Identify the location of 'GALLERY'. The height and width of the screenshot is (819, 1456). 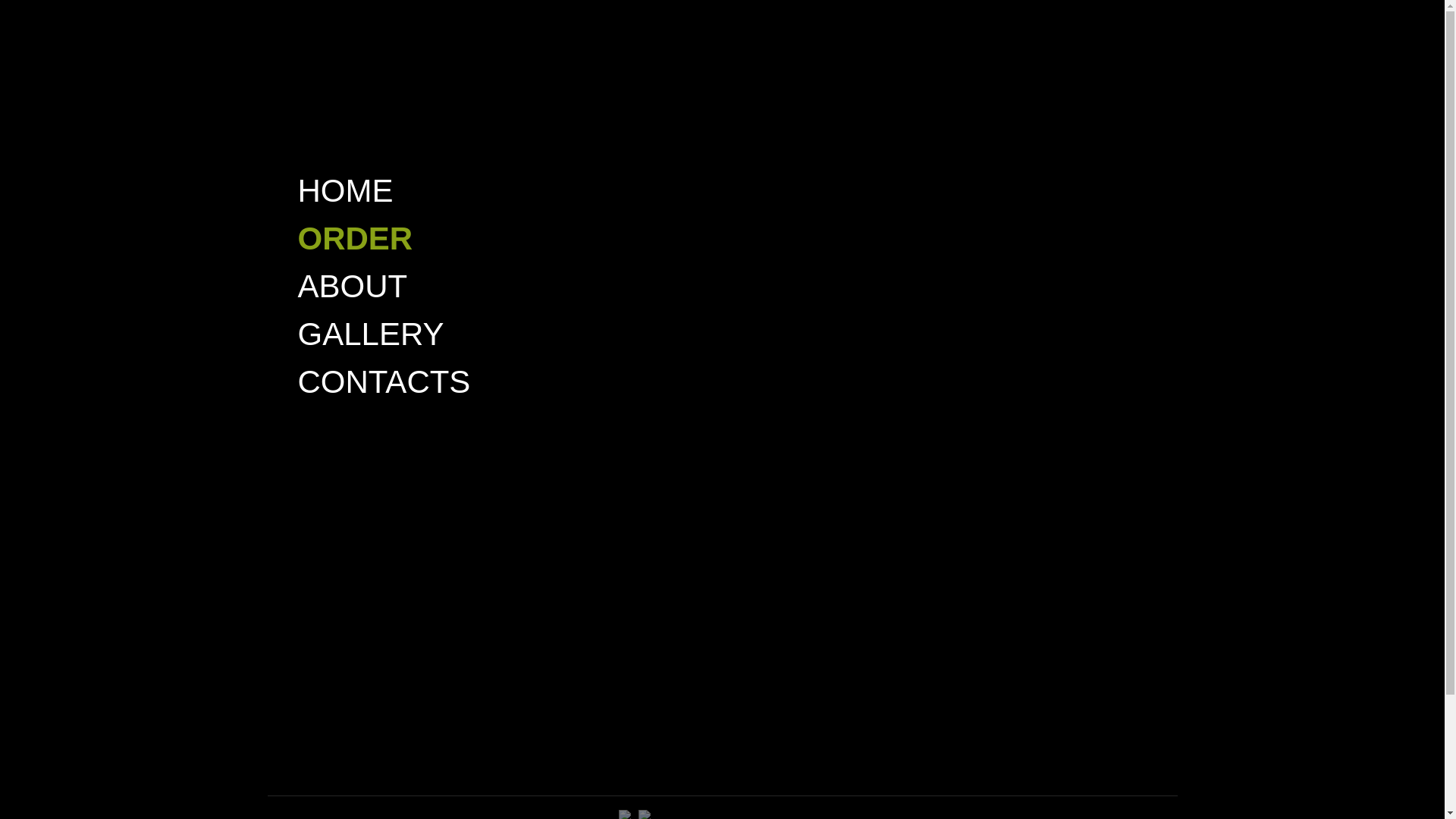
(370, 333).